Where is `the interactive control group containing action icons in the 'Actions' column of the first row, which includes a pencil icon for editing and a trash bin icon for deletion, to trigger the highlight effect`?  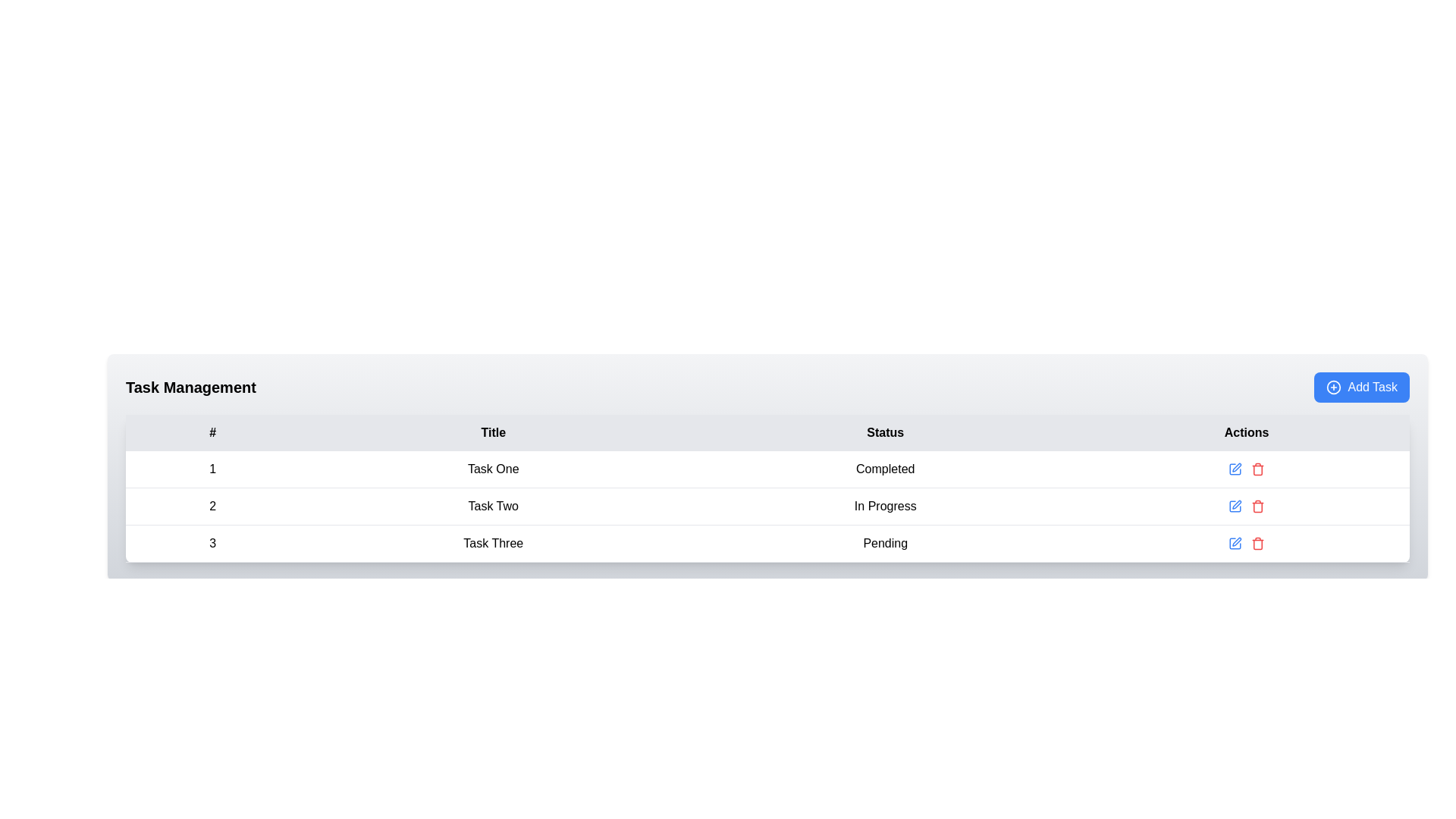 the interactive control group containing action icons in the 'Actions' column of the first row, which includes a pencil icon for editing and a trash bin icon for deletion, to trigger the highlight effect is located at coordinates (1247, 468).